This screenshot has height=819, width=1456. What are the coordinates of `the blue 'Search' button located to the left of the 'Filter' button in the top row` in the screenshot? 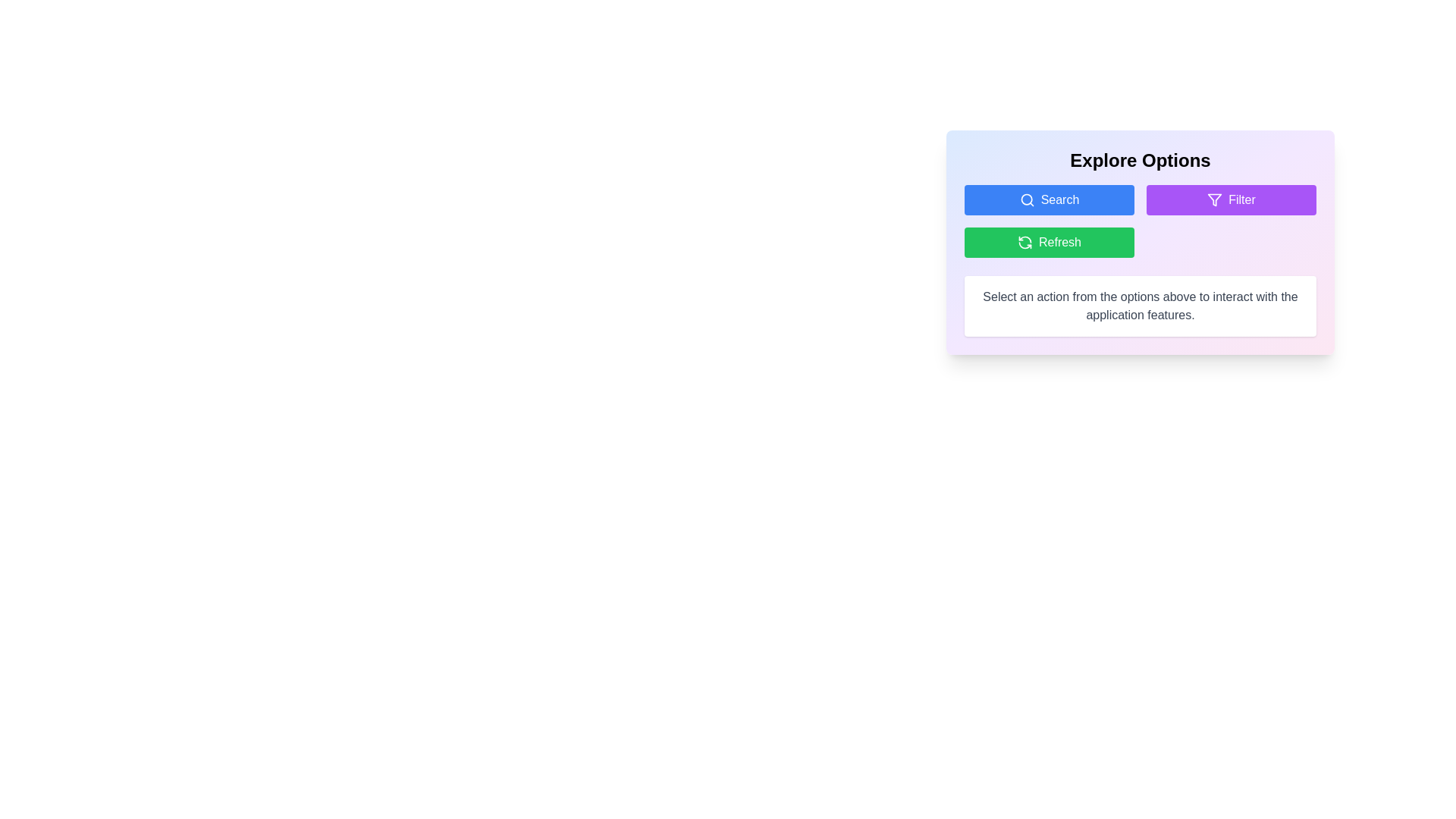 It's located at (1048, 199).